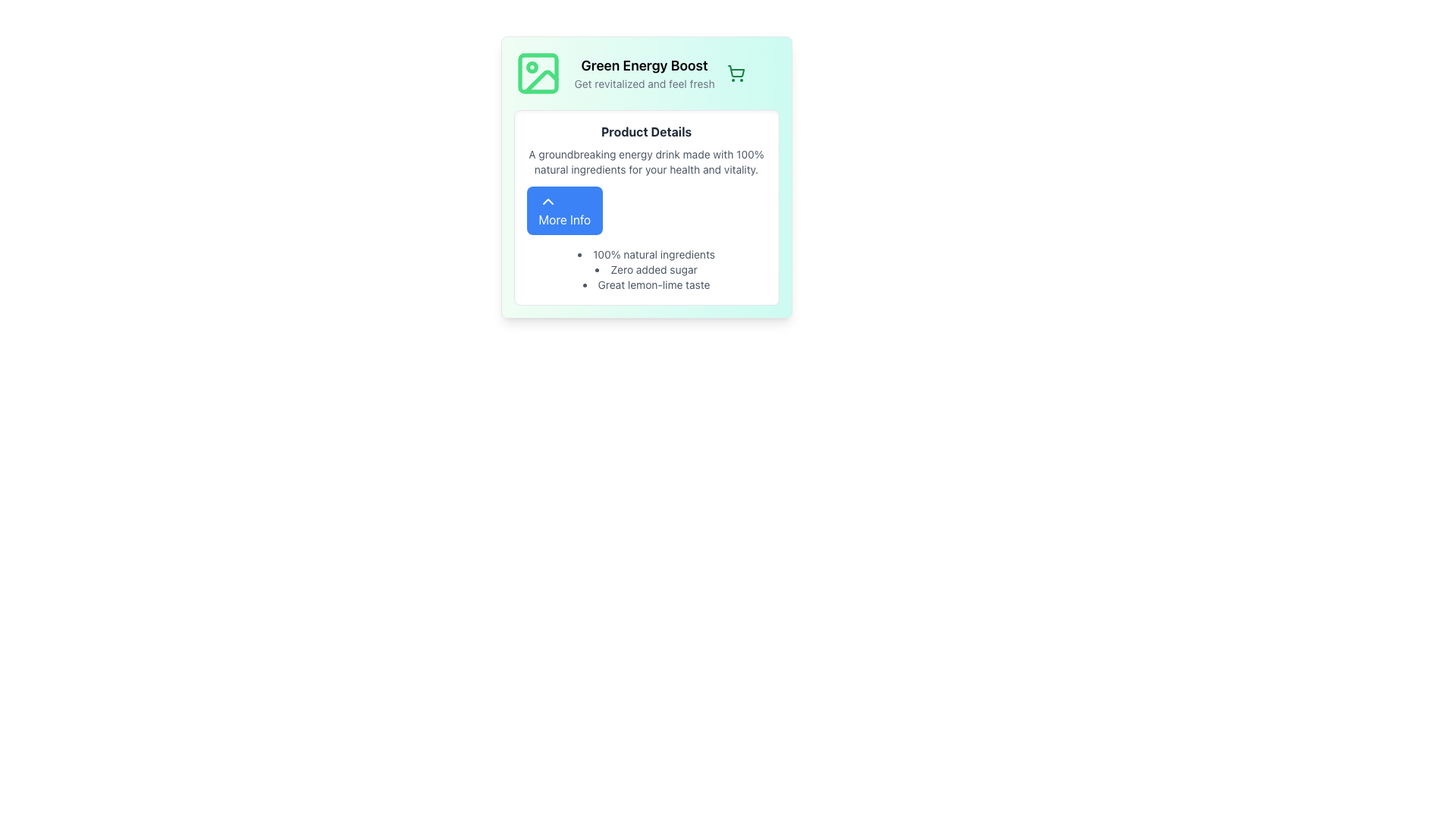 Image resolution: width=1456 pixels, height=819 pixels. Describe the element at coordinates (646, 284) in the screenshot. I see `the third list item in the 'Product Details' section that conveys information about the product's taste quality` at that location.